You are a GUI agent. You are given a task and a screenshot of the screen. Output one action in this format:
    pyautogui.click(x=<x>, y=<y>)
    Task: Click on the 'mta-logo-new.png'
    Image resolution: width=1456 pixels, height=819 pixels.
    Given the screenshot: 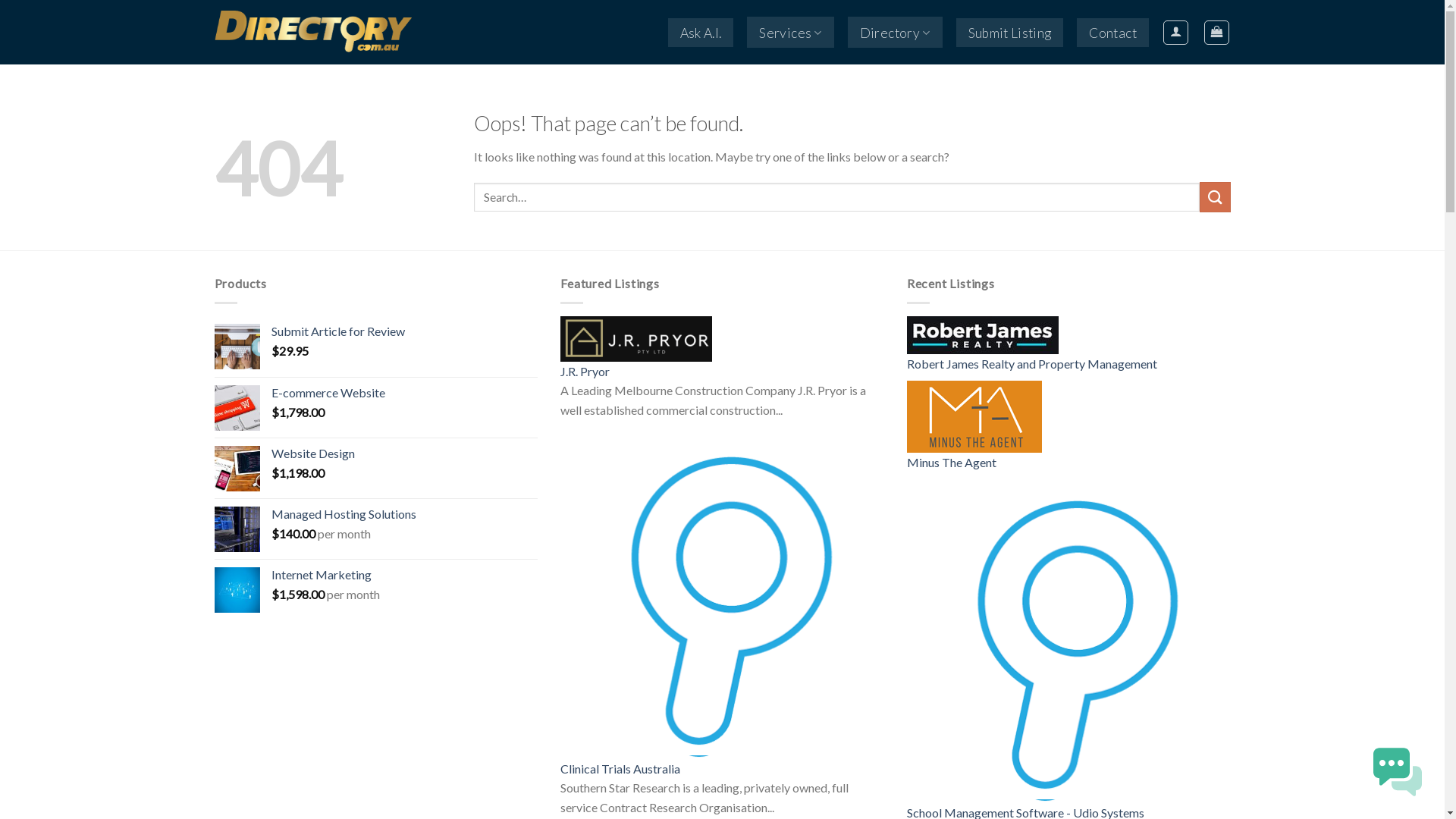 What is the action you would take?
    pyautogui.click(x=974, y=416)
    